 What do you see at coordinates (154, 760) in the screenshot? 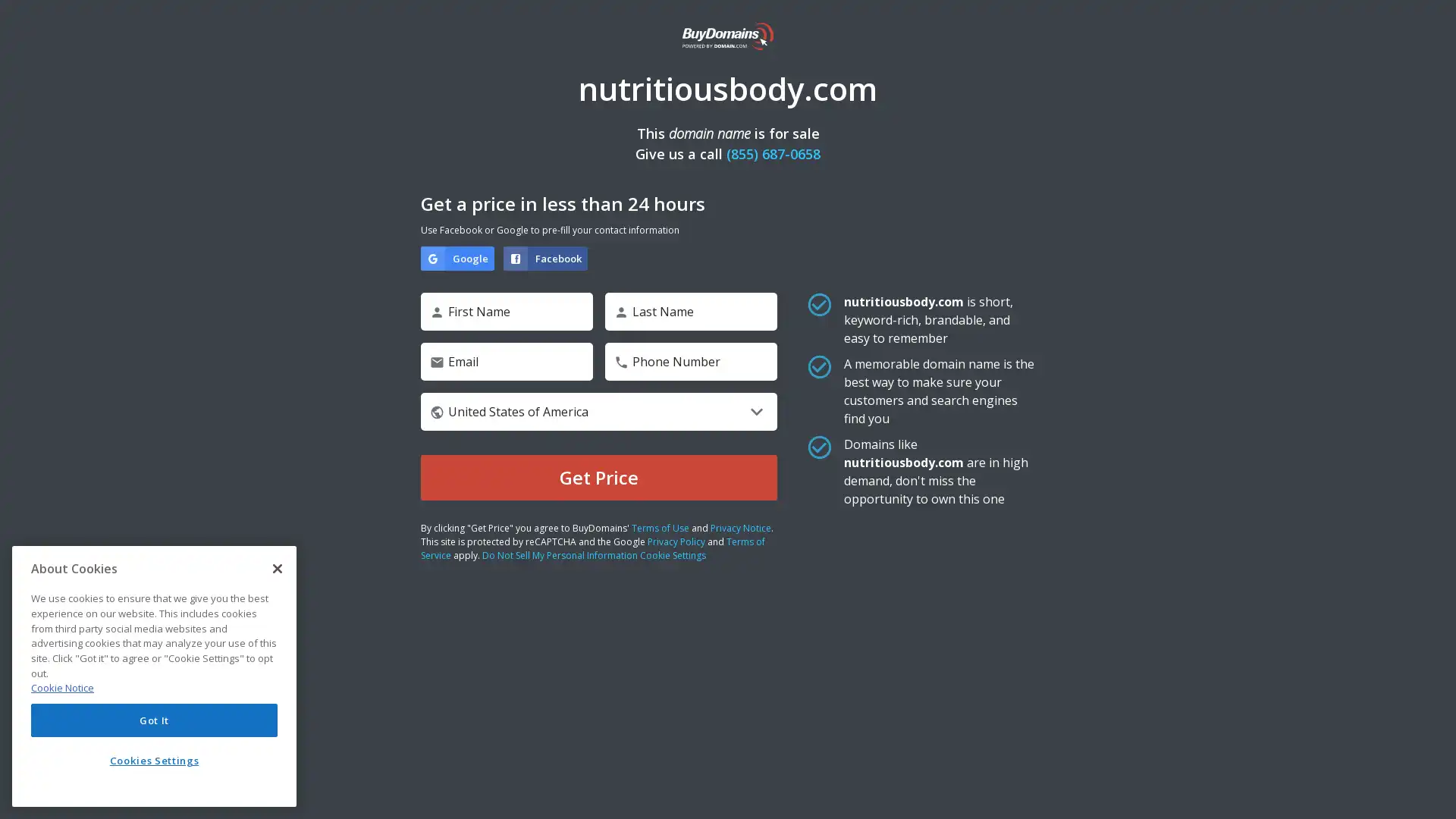
I see `Cookies Settings` at bounding box center [154, 760].